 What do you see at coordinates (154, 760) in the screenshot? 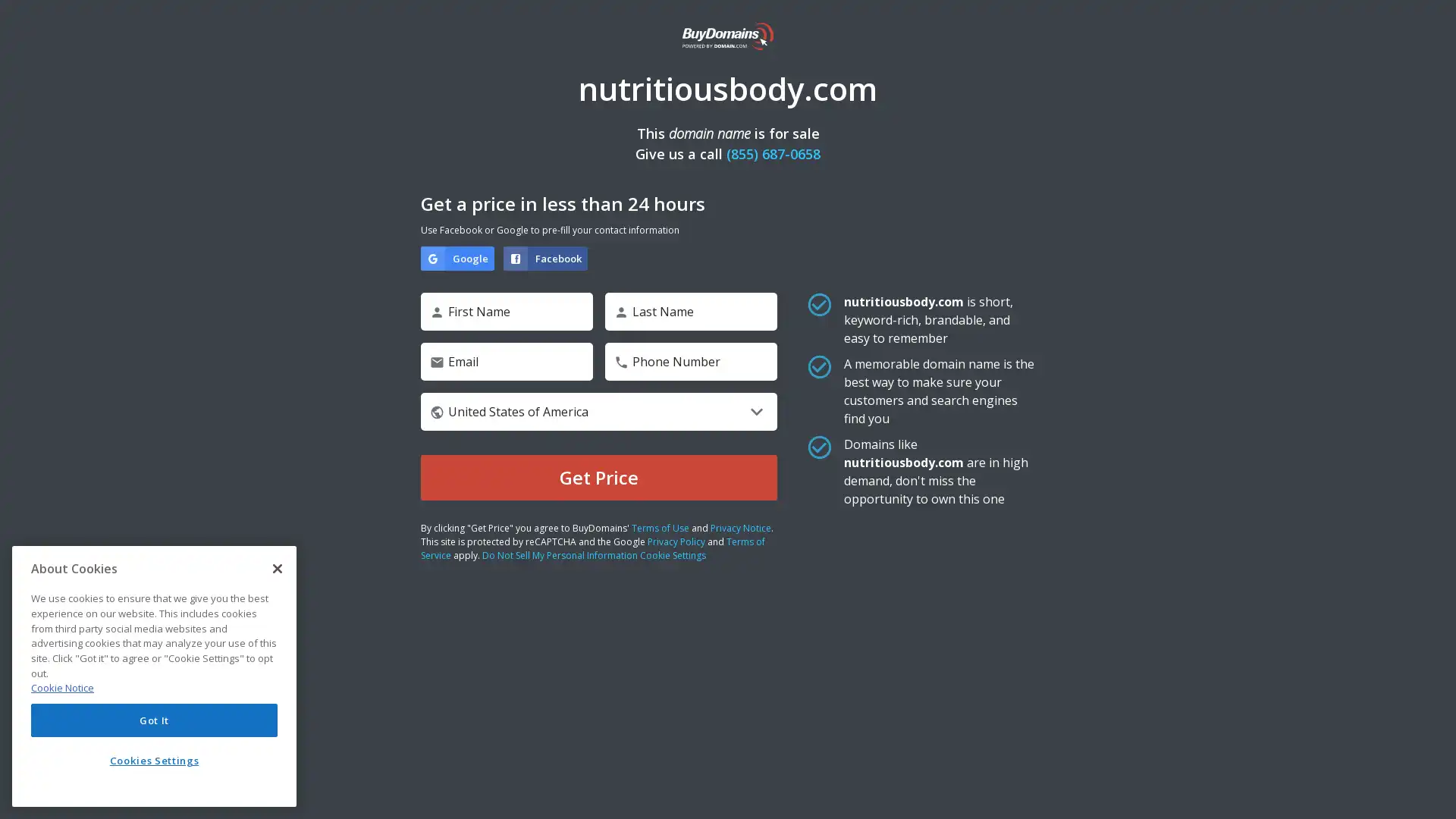
I see `Cookies Settings` at bounding box center [154, 760].